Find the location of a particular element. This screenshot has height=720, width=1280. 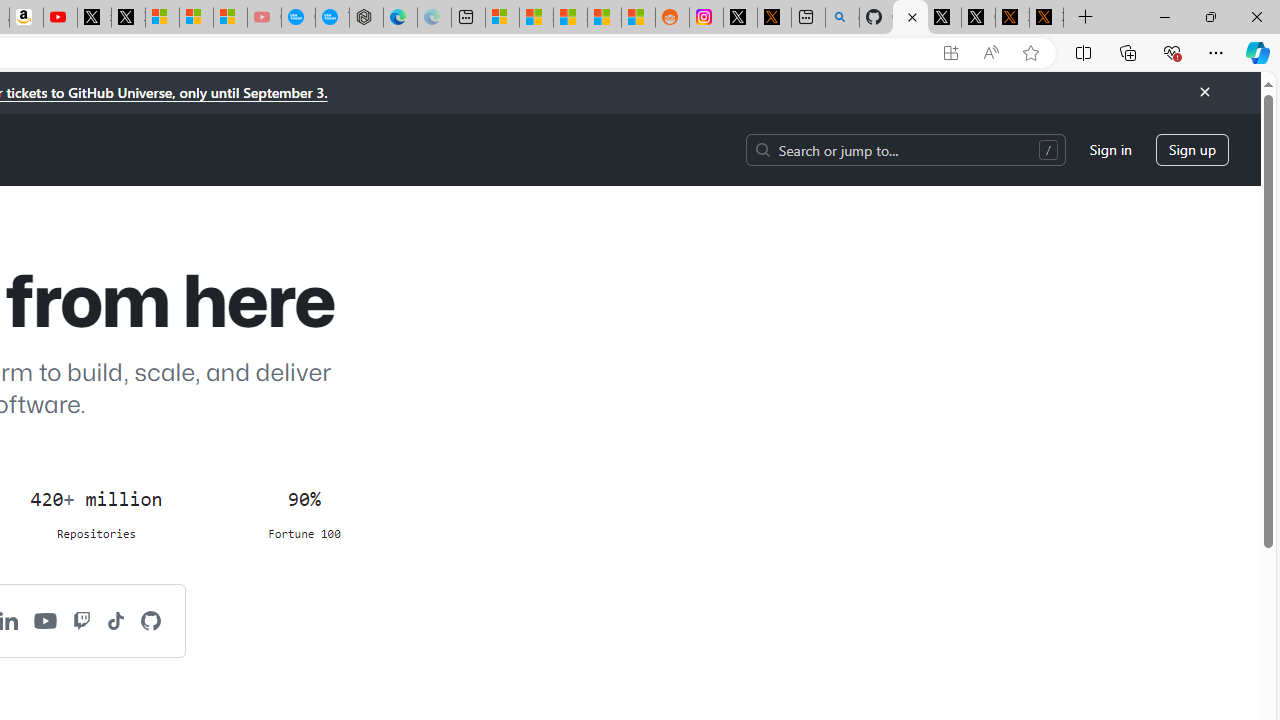

'GitHub on Twitch' is located at coordinates (81, 619).